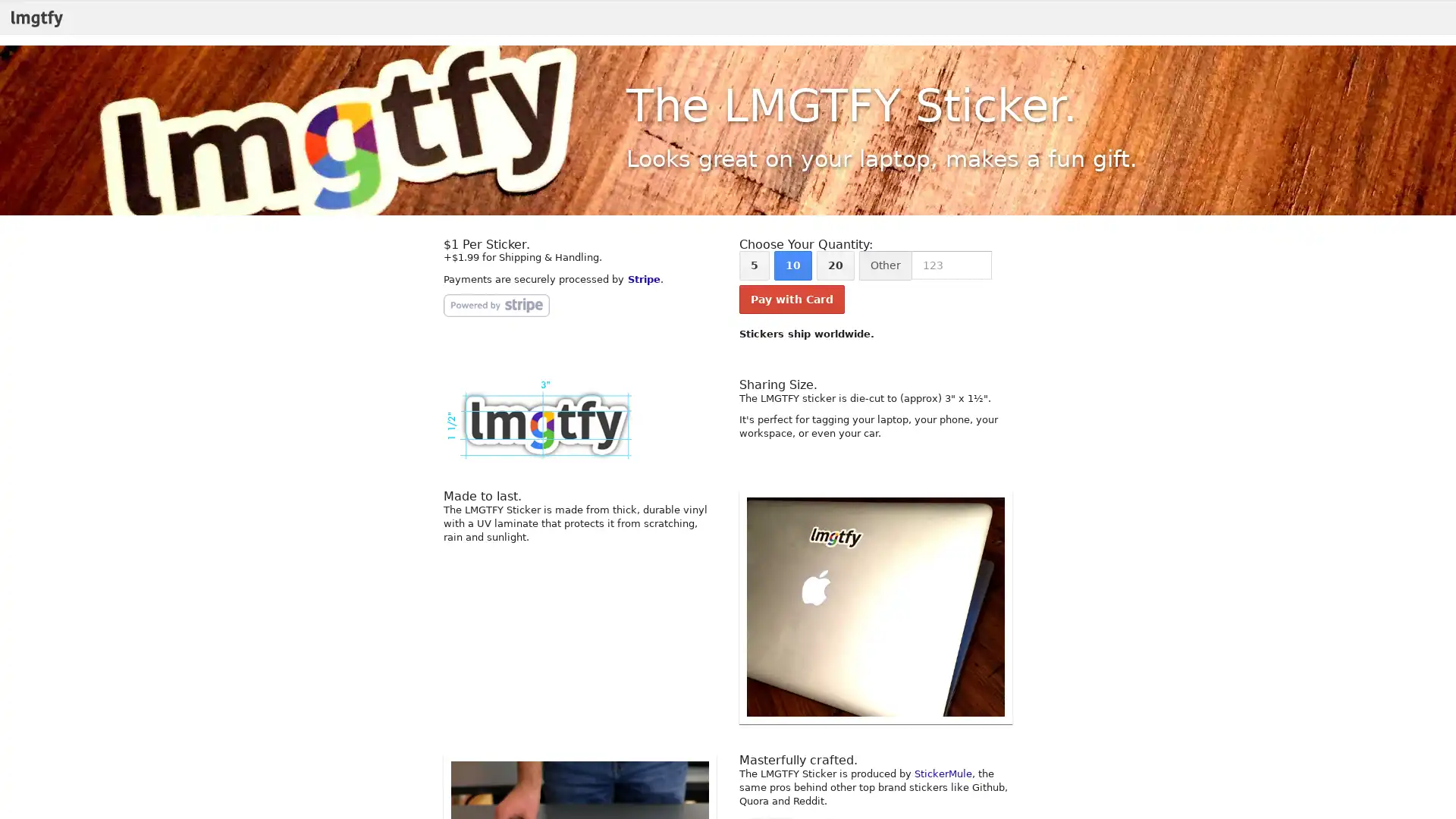 This screenshot has width=1456, height=819. What do you see at coordinates (791, 298) in the screenshot?
I see `Pay with Card` at bounding box center [791, 298].